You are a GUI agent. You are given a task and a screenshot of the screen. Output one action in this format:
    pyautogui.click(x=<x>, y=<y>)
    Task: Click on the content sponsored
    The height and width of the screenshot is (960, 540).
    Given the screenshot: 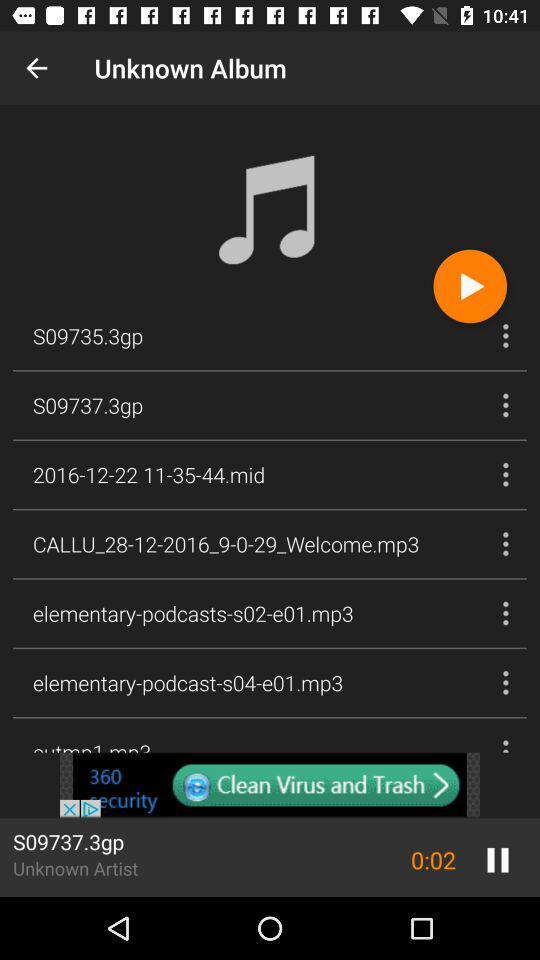 What is the action you would take?
    pyautogui.click(x=270, y=785)
    